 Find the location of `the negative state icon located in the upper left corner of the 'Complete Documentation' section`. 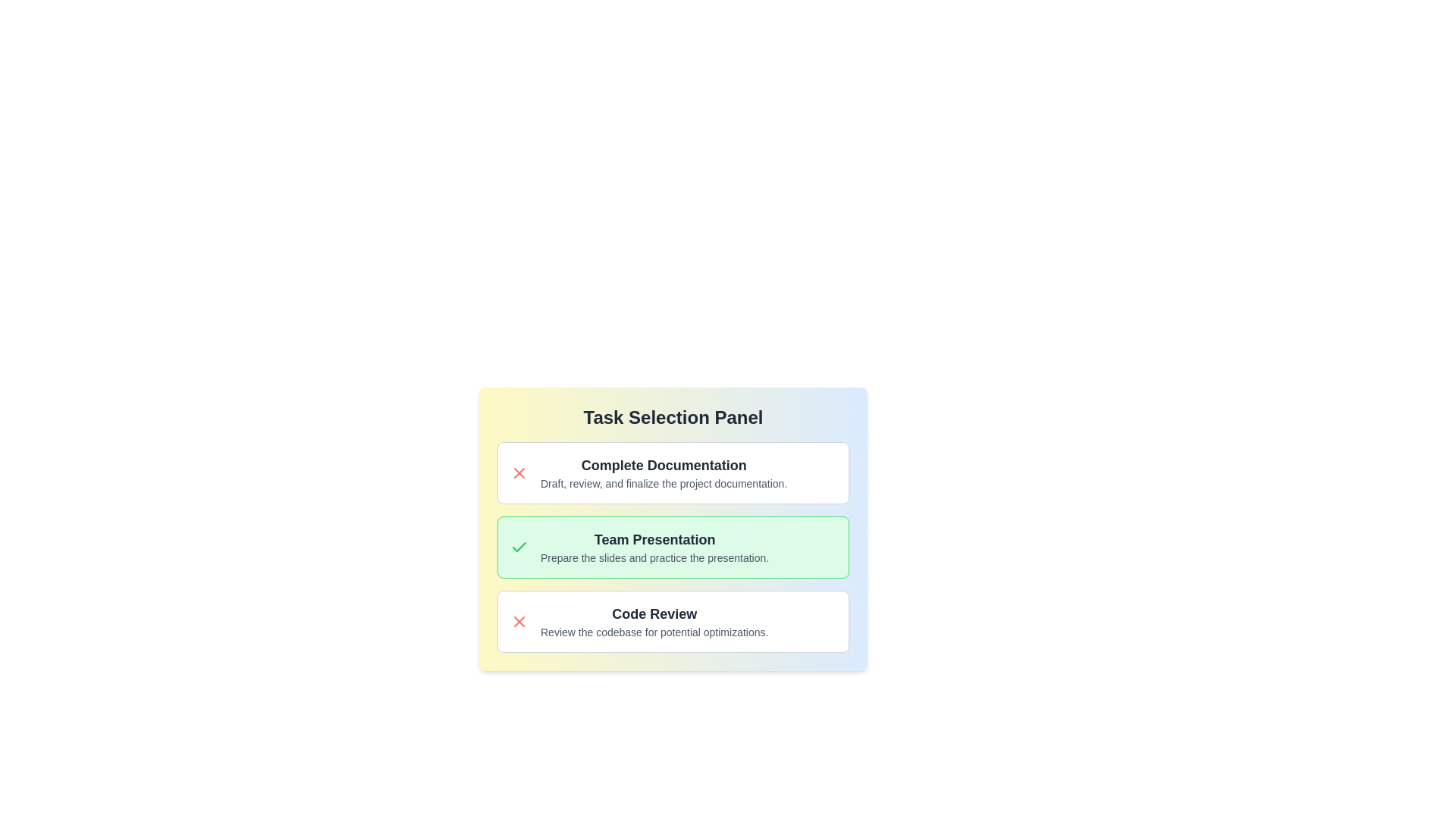

the negative state icon located in the upper left corner of the 'Complete Documentation' section is located at coordinates (519, 472).